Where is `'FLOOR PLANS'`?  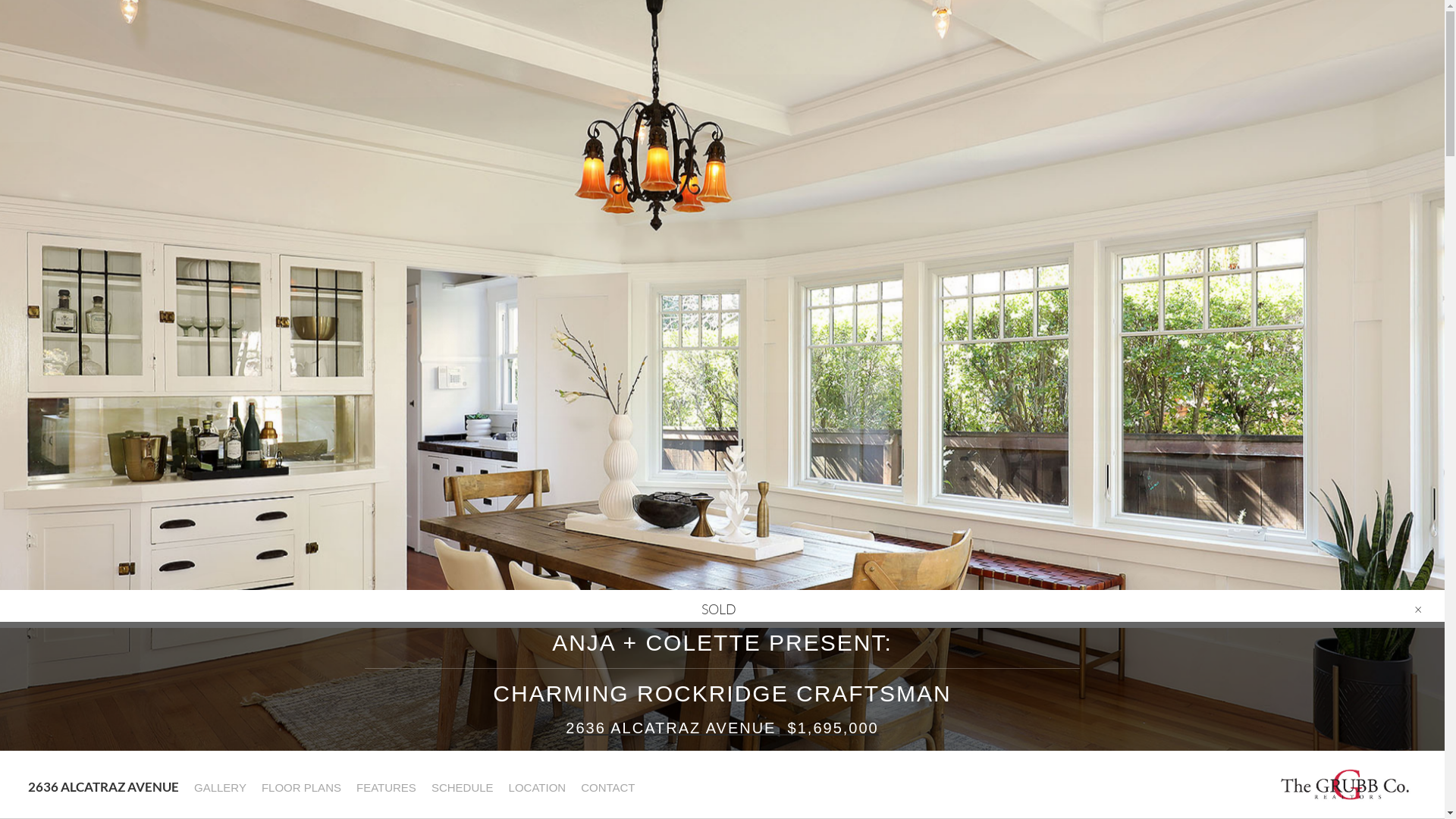
'FLOOR PLANS' is located at coordinates (253, 786).